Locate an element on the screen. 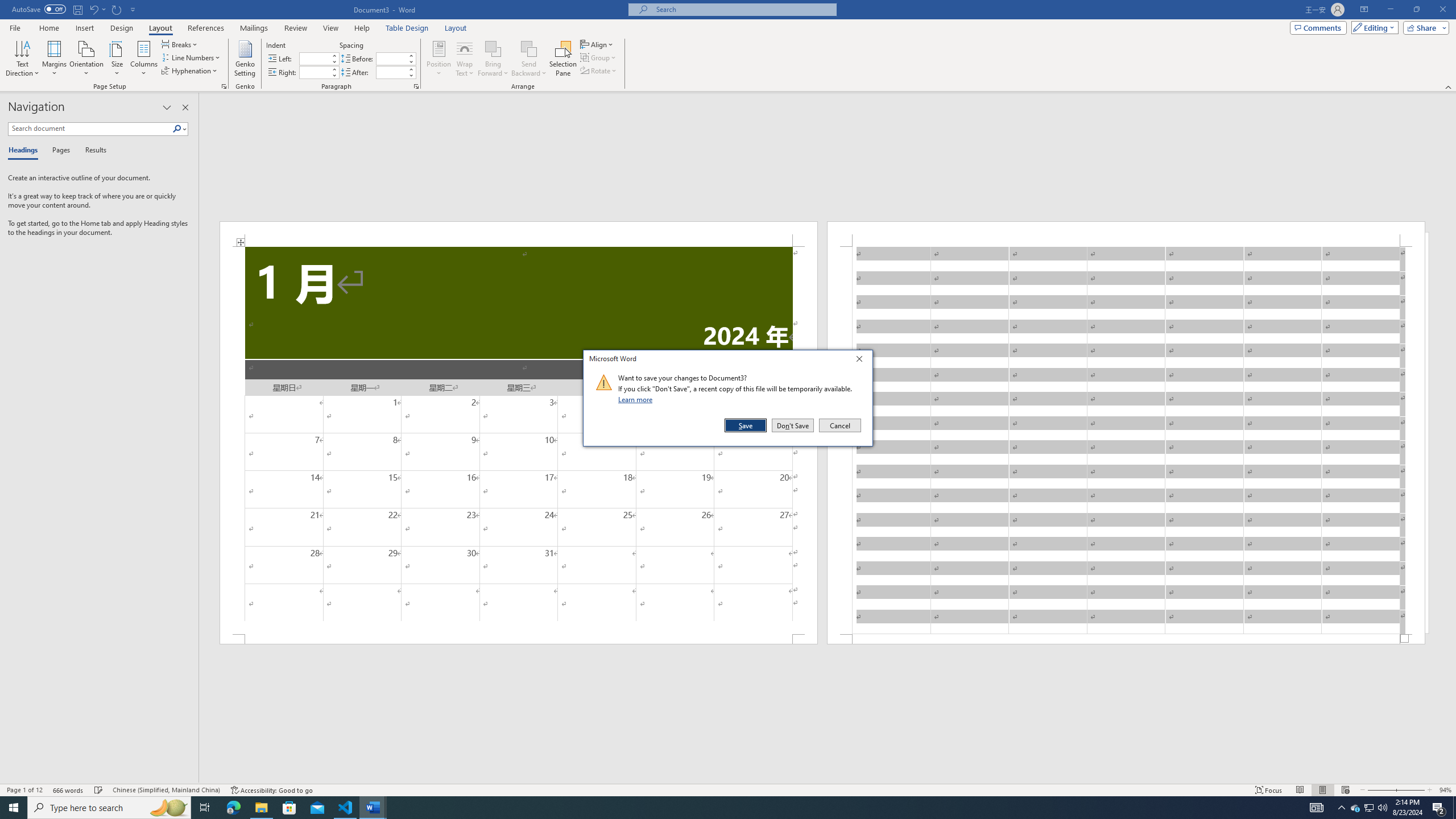  'Rotate' is located at coordinates (598, 69).